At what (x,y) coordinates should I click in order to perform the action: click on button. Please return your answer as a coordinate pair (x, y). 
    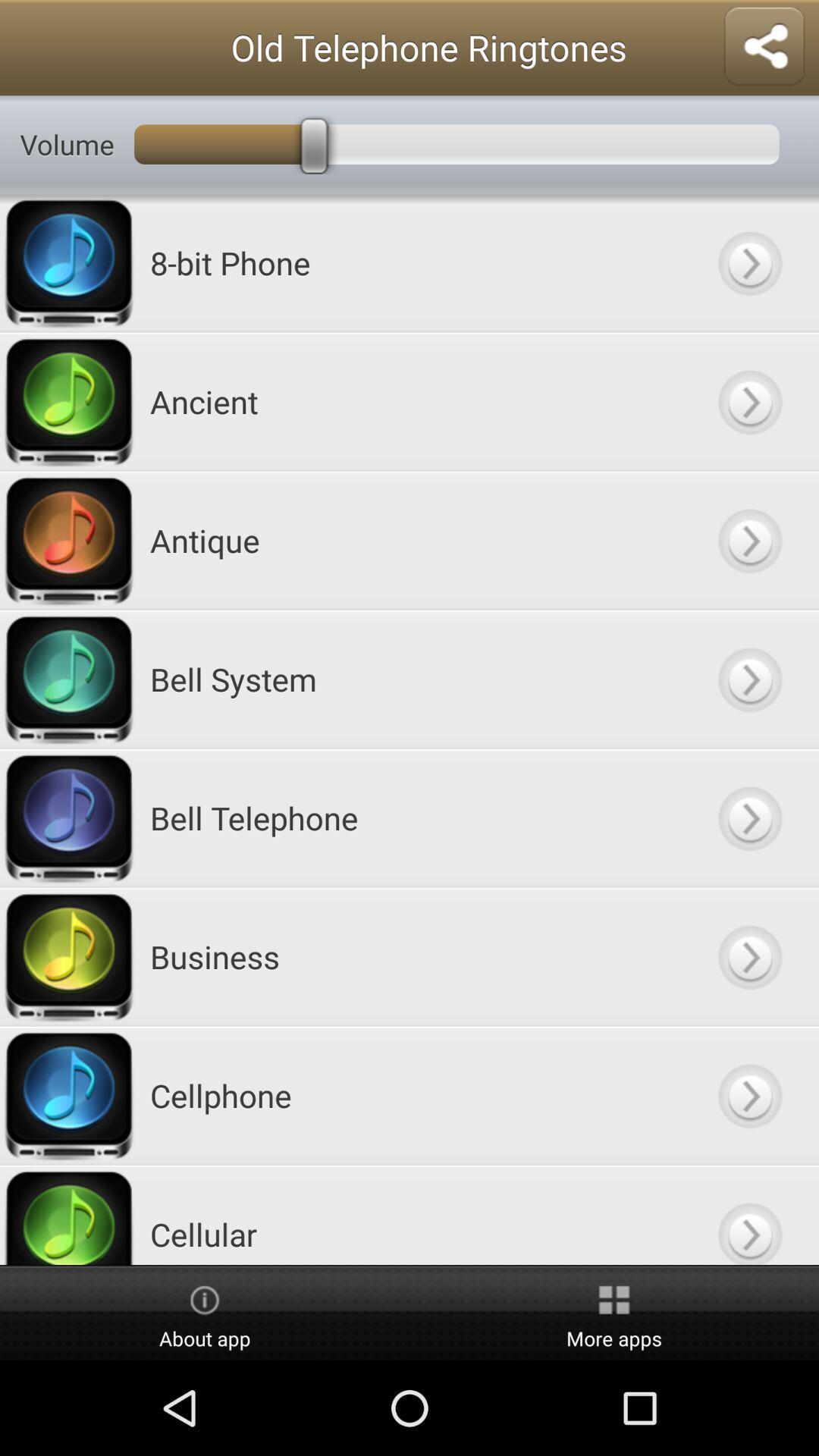
    Looking at the image, I should click on (748, 401).